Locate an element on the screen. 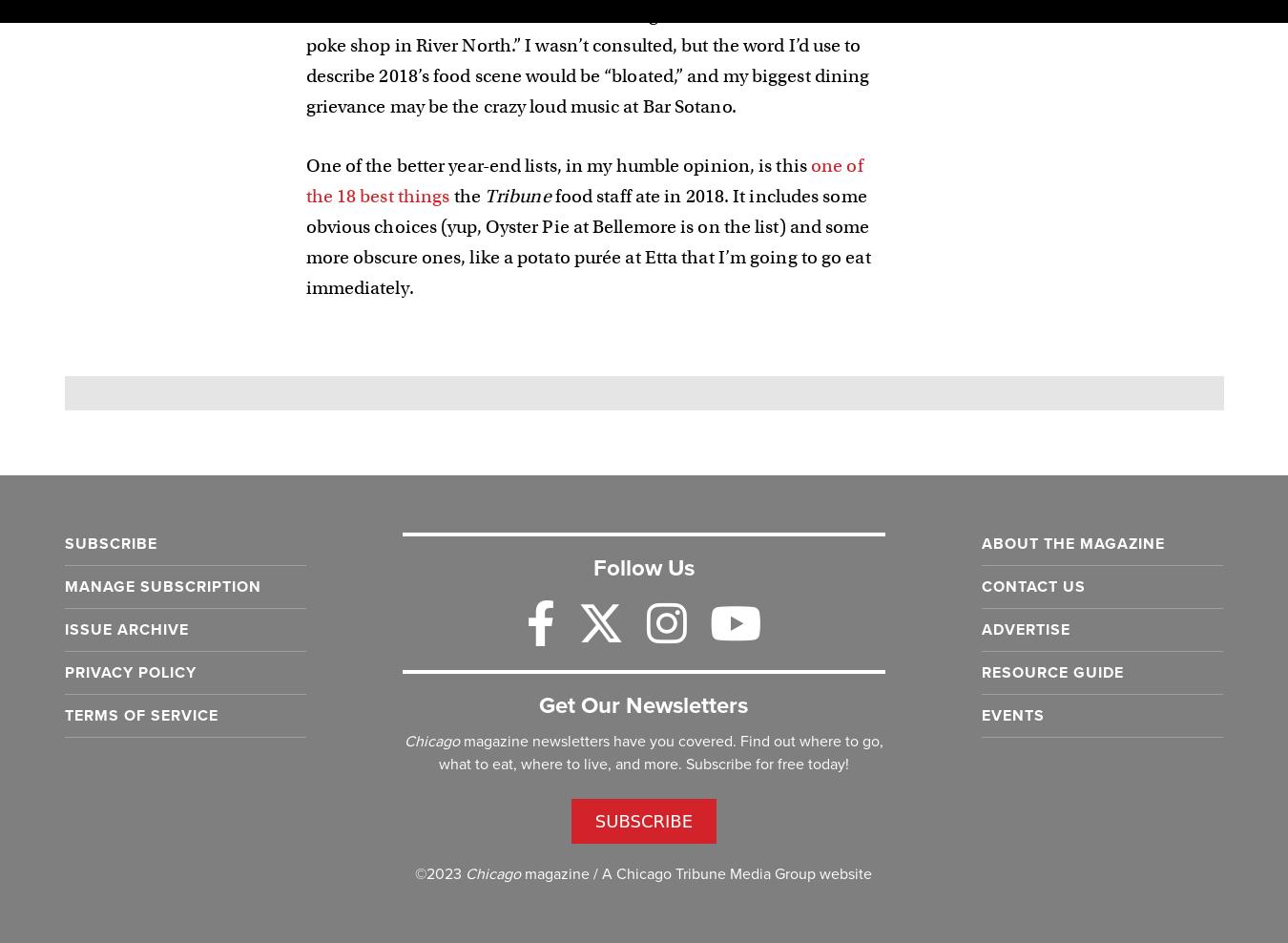 The image size is (1288, 943). 'Terms of Service' is located at coordinates (140, 714).